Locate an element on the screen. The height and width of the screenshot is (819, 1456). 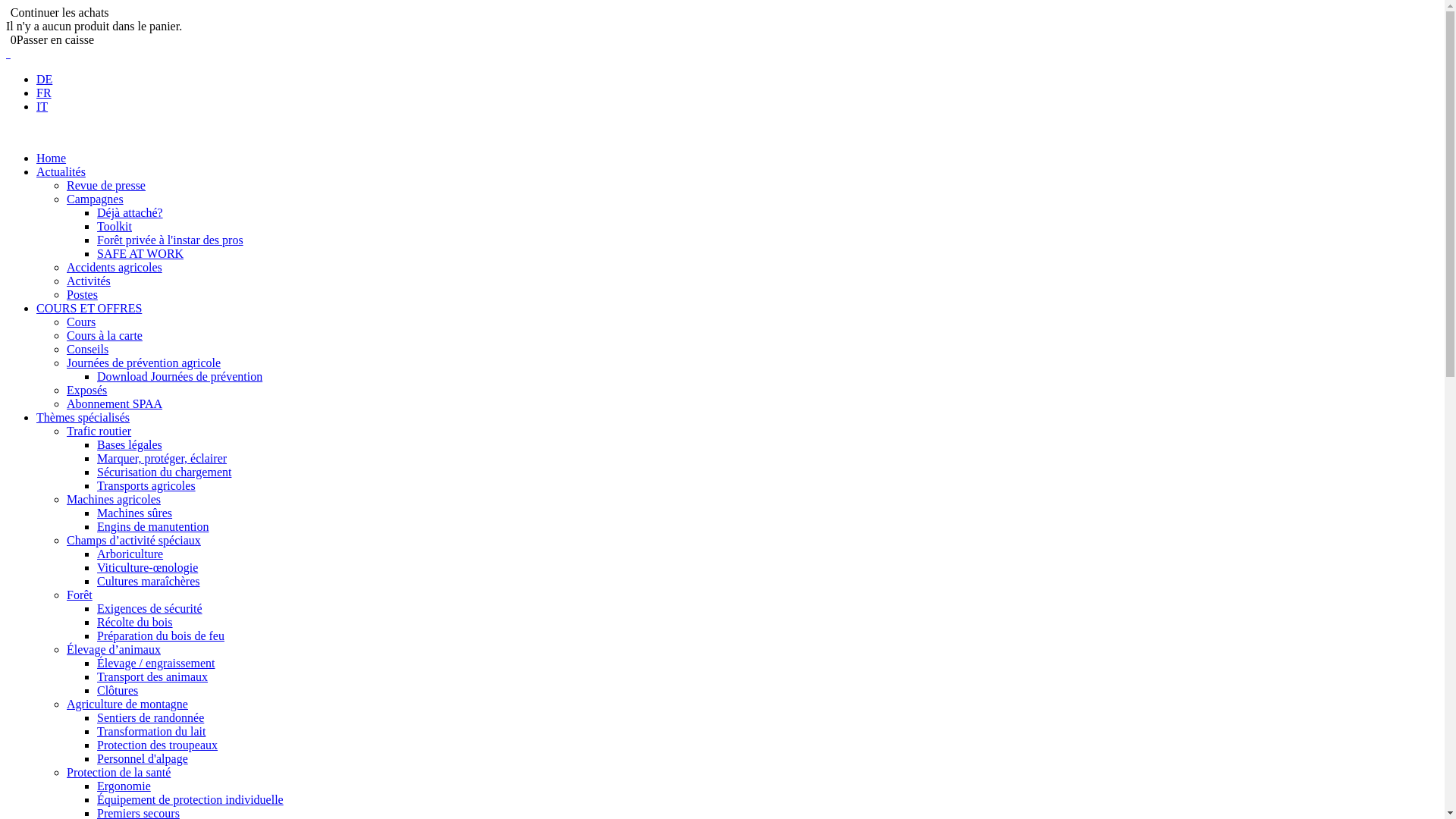
'Campagnes' is located at coordinates (94, 198).